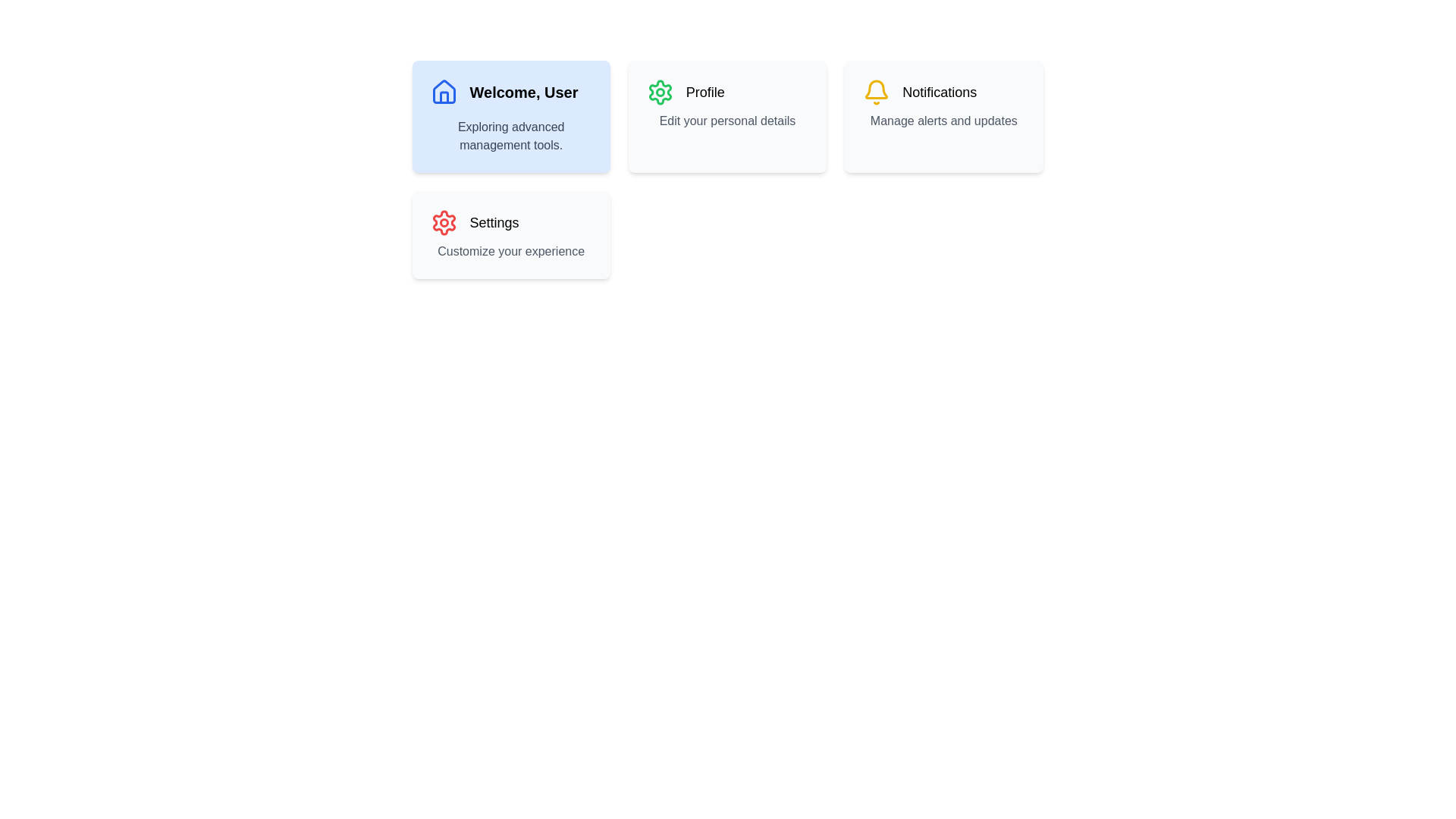 The image size is (1456, 819). Describe the element at coordinates (443, 222) in the screenshot. I see `the red gear icon representing settings located within the 'Settings' card beneath the 'Welcome, User' section` at that location.